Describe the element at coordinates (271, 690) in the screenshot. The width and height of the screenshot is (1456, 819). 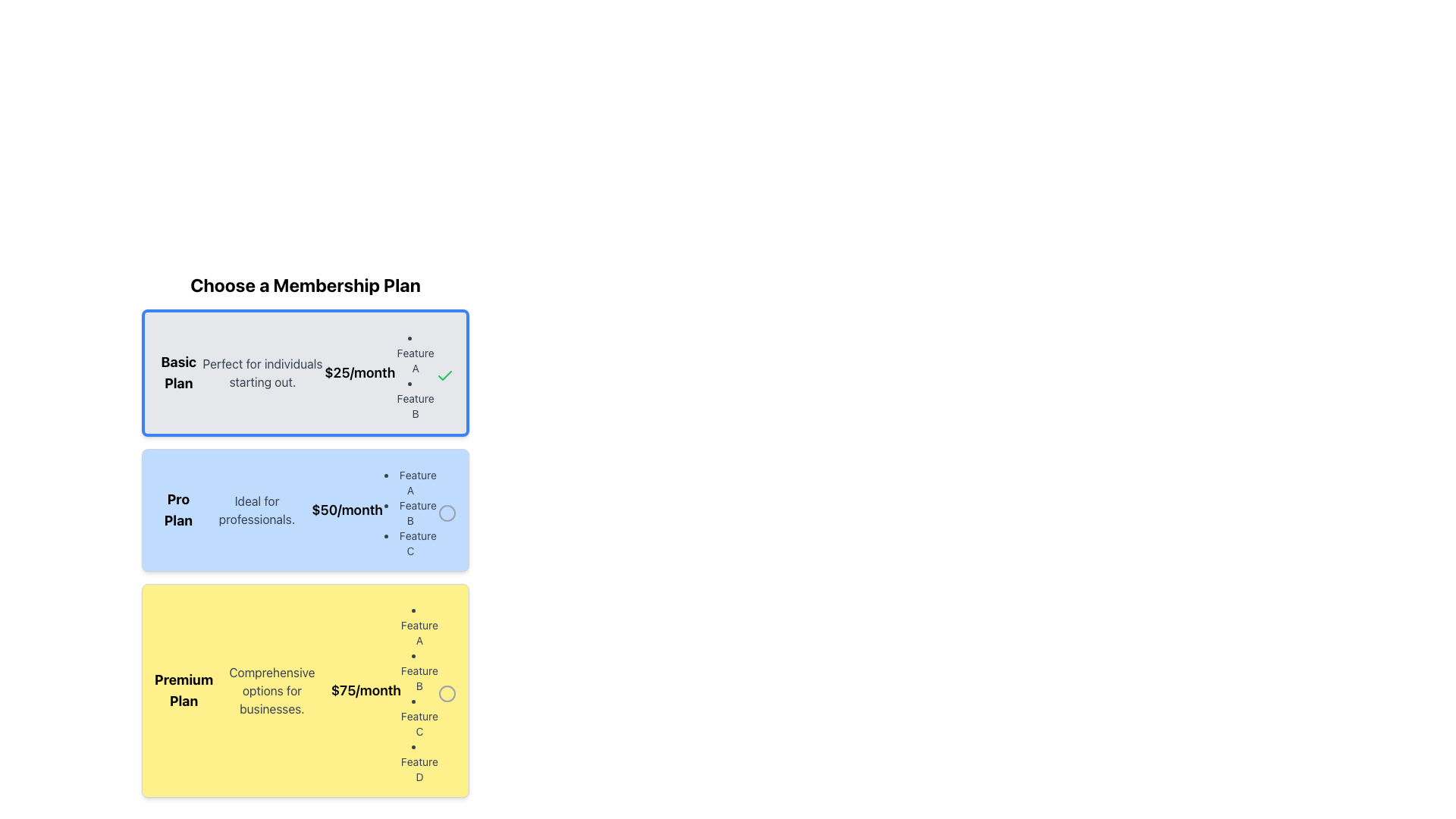
I see `informational text label that describes the benefits of the 'Premium Plan' membership option, which is located below the 'Premium Plan' title and aligns with the '$75/month' label` at that location.